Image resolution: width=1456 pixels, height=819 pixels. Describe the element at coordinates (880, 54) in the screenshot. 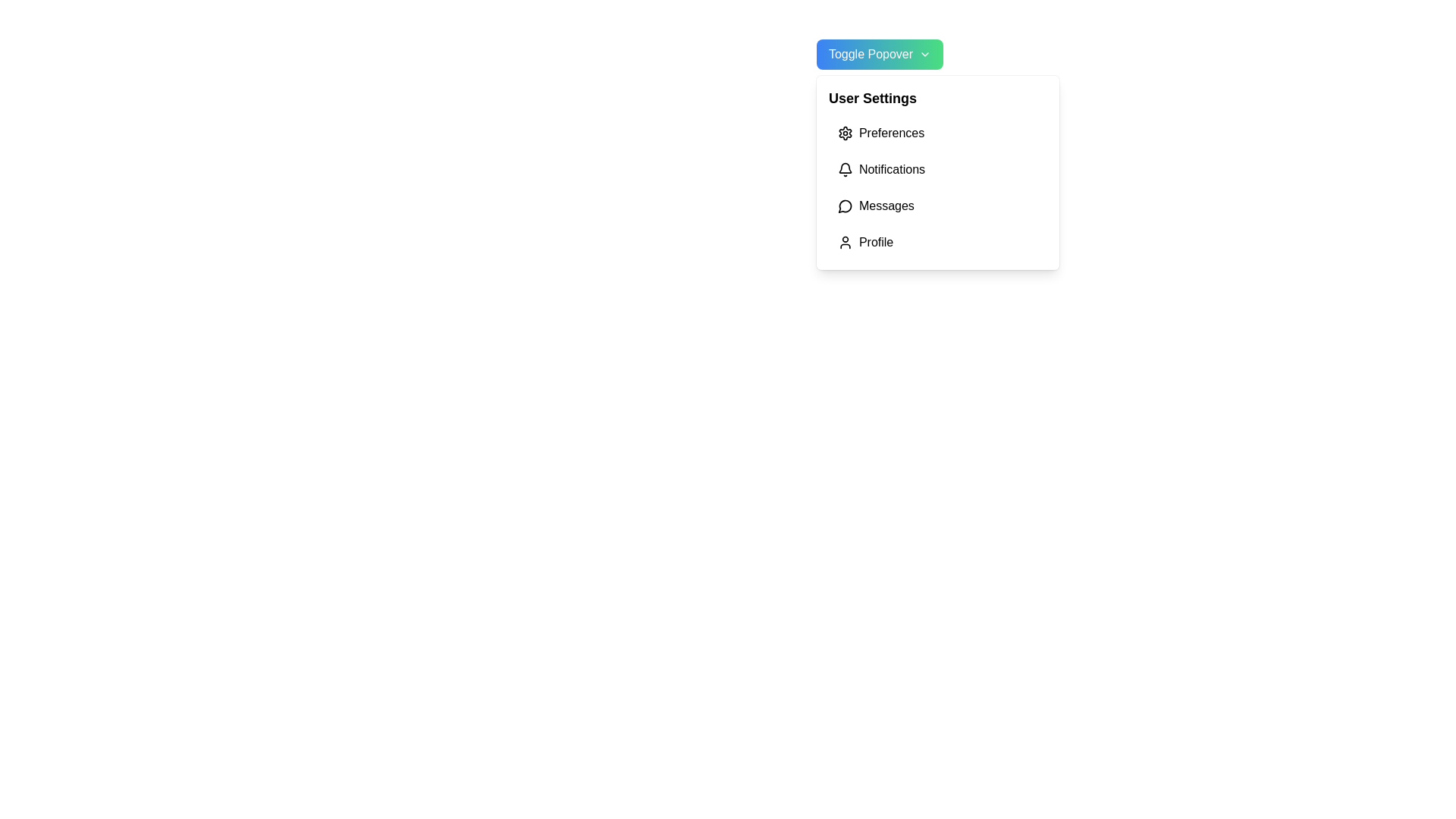

I see `the toggle button located in the top-right section of the interface` at that location.